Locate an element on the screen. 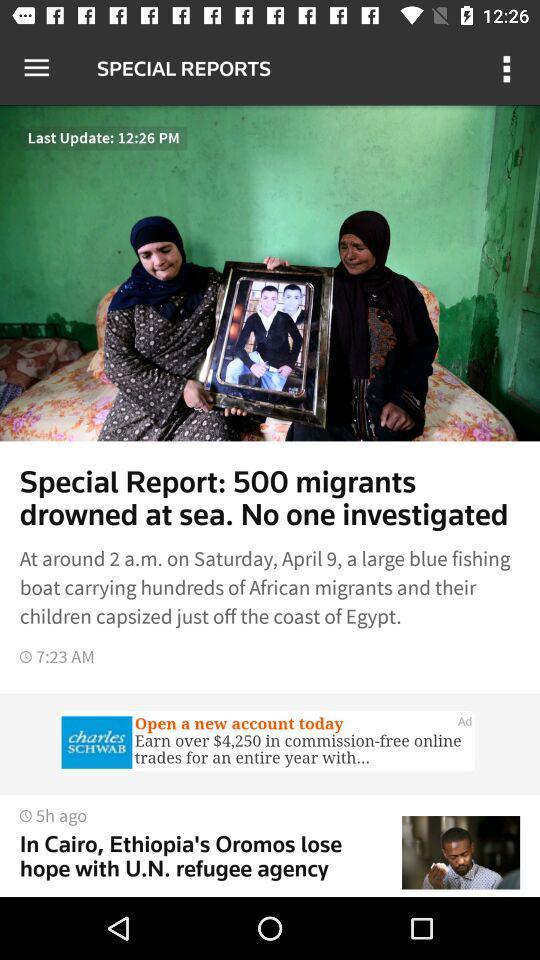  advertisement is located at coordinates (270, 742).